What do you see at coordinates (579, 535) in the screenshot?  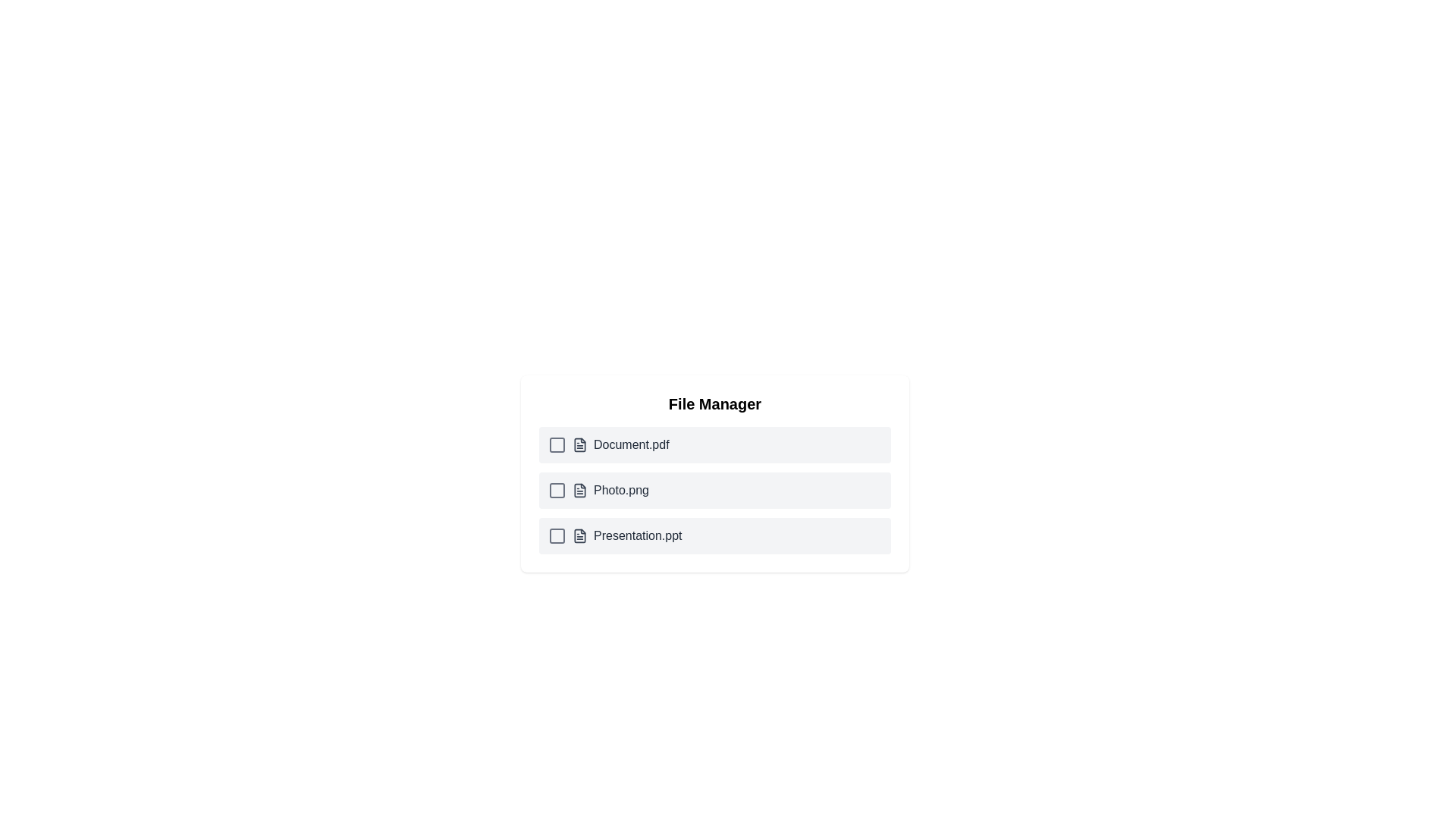 I see `the text document icon located to the left of 'Presentation.ppt' in the third row of the file management interface` at bounding box center [579, 535].